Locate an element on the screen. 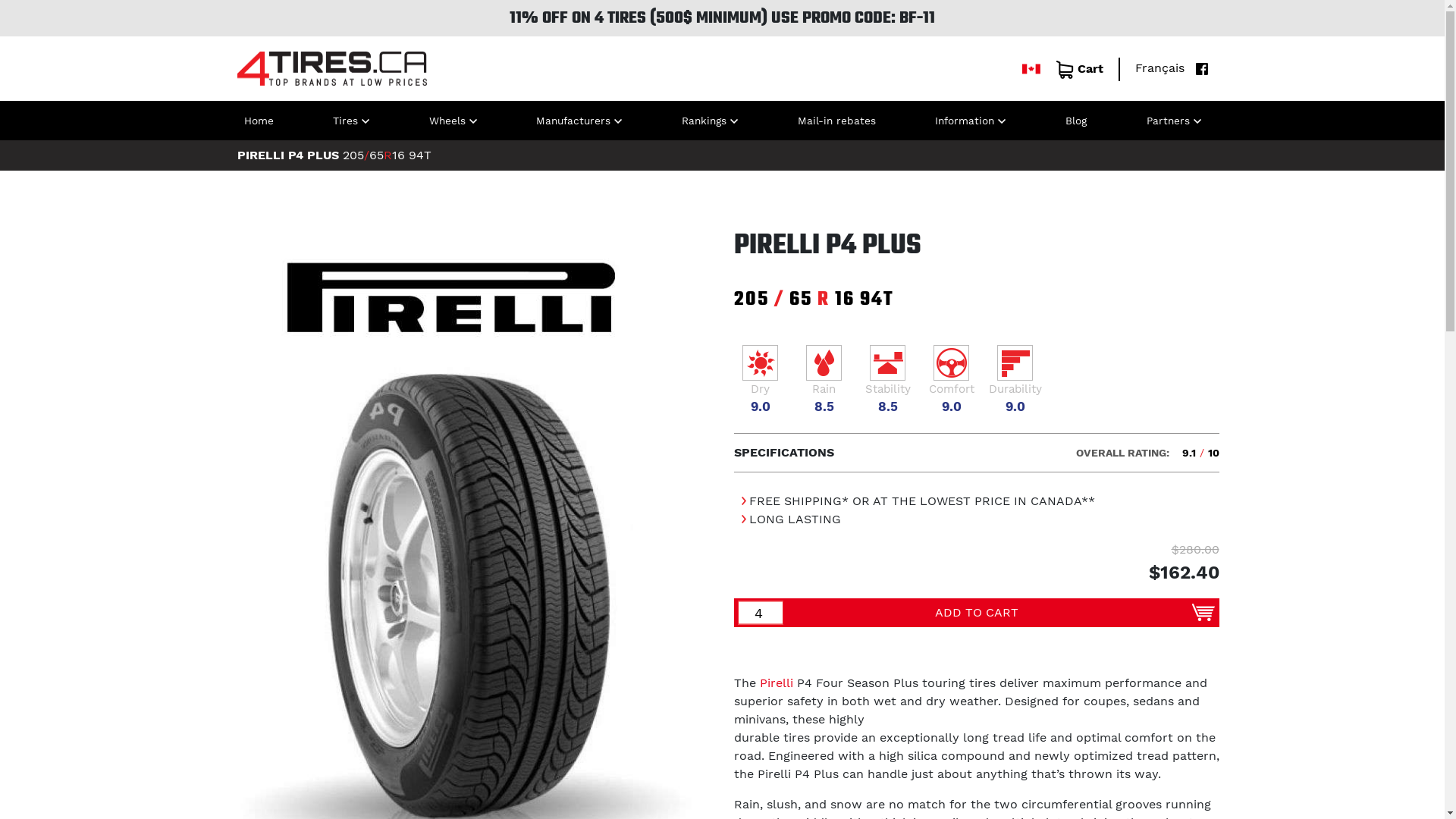 Image resolution: width=1456 pixels, height=819 pixels. 'Facebook' is located at coordinates (1187, 67).